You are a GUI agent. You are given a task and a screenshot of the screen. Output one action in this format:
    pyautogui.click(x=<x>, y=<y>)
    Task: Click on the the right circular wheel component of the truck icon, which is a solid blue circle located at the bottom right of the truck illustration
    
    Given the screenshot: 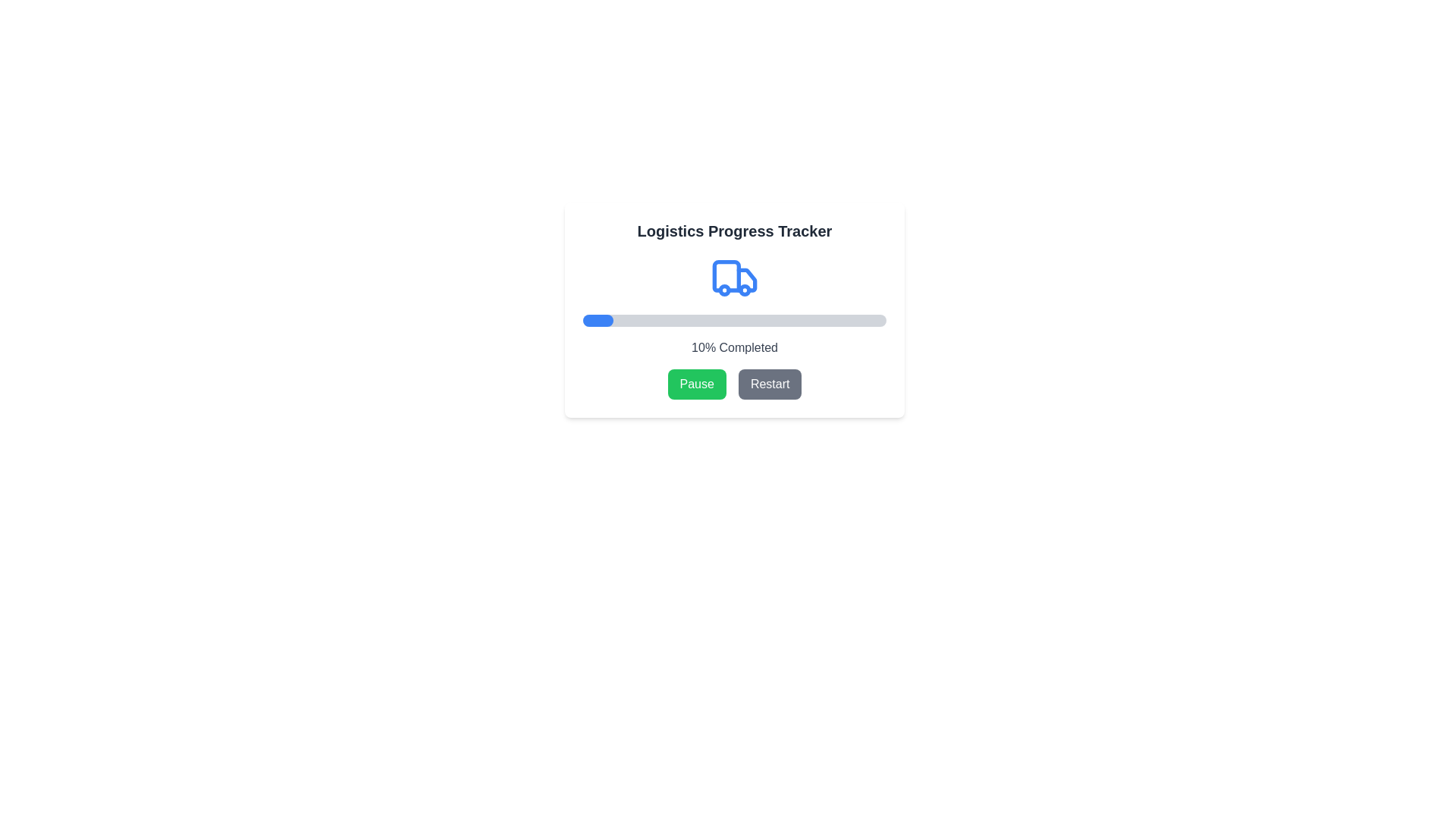 What is the action you would take?
    pyautogui.click(x=745, y=290)
    